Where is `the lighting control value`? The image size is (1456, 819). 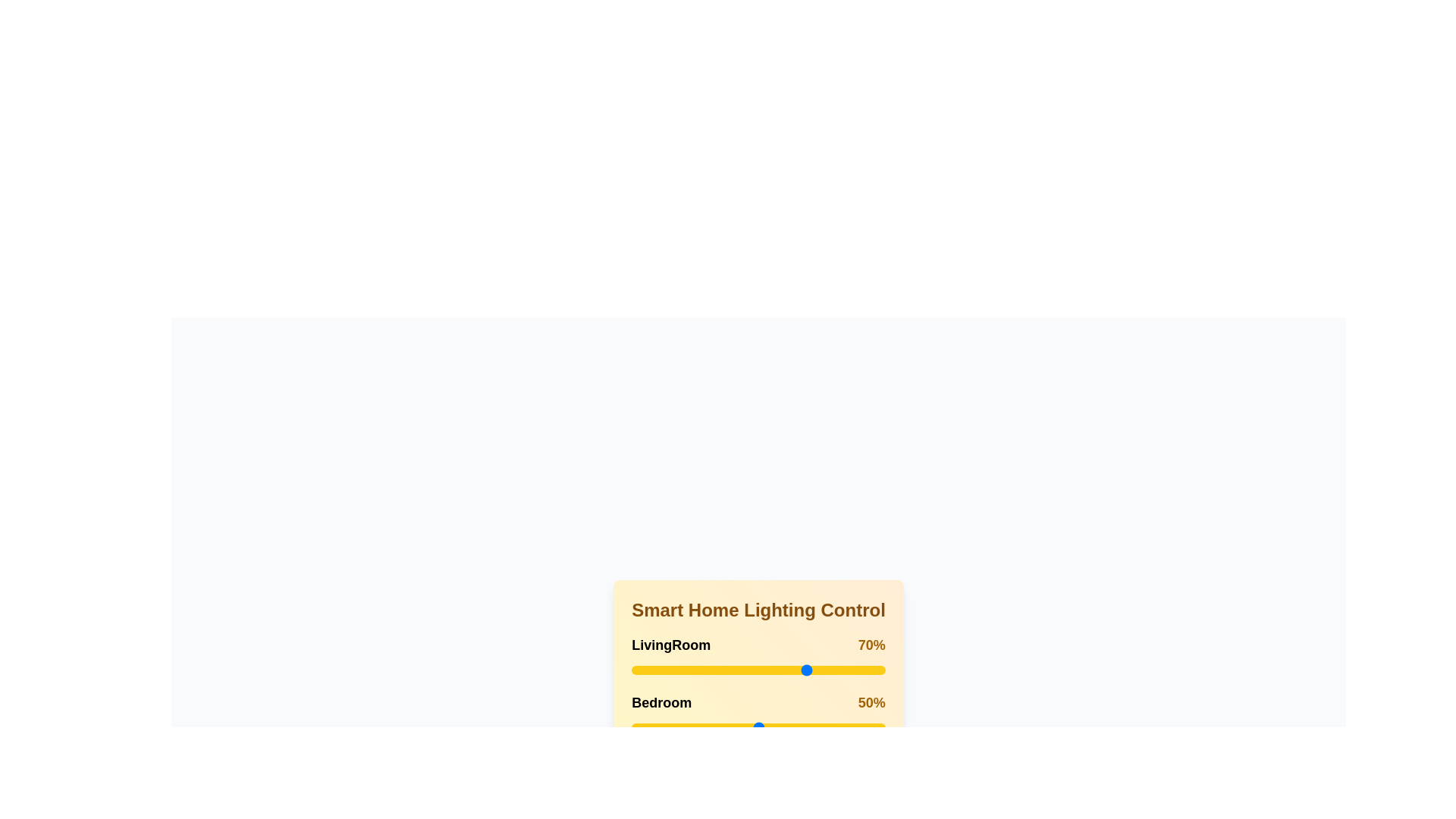
the lighting control value is located at coordinates (662, 669).